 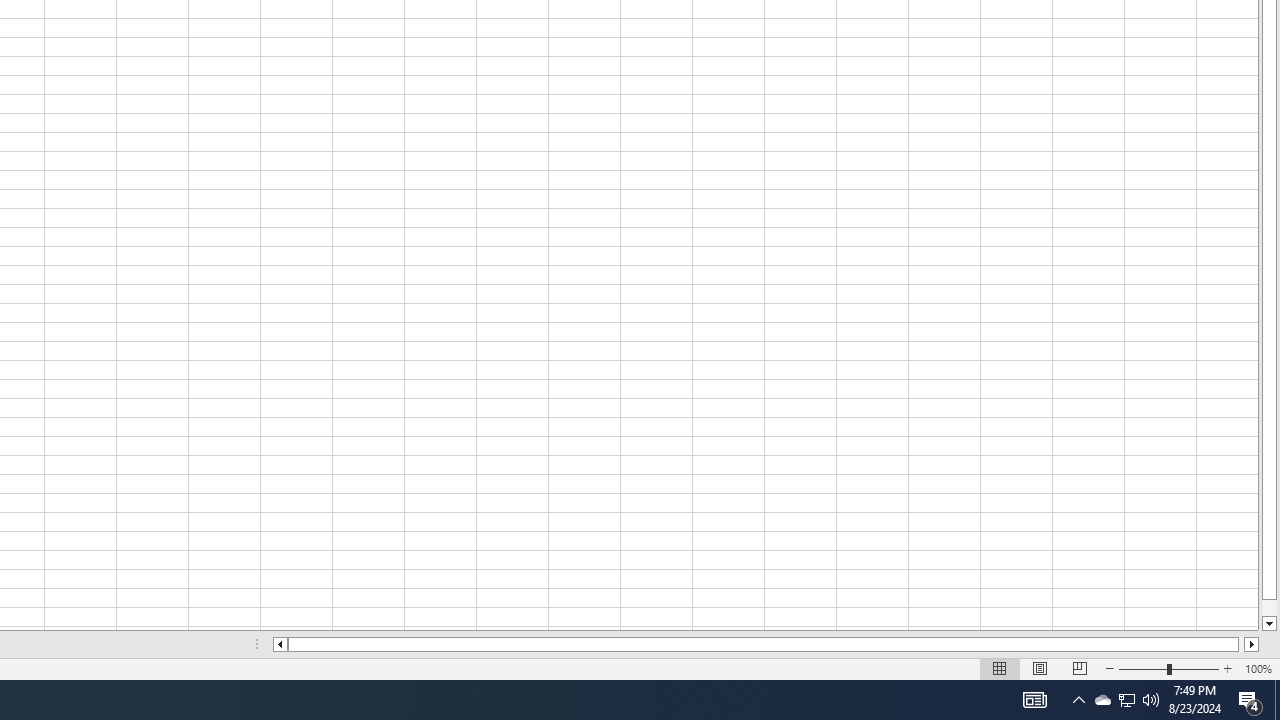 I want to click on 'Page Break Preview', so click(x=1078, y=669).